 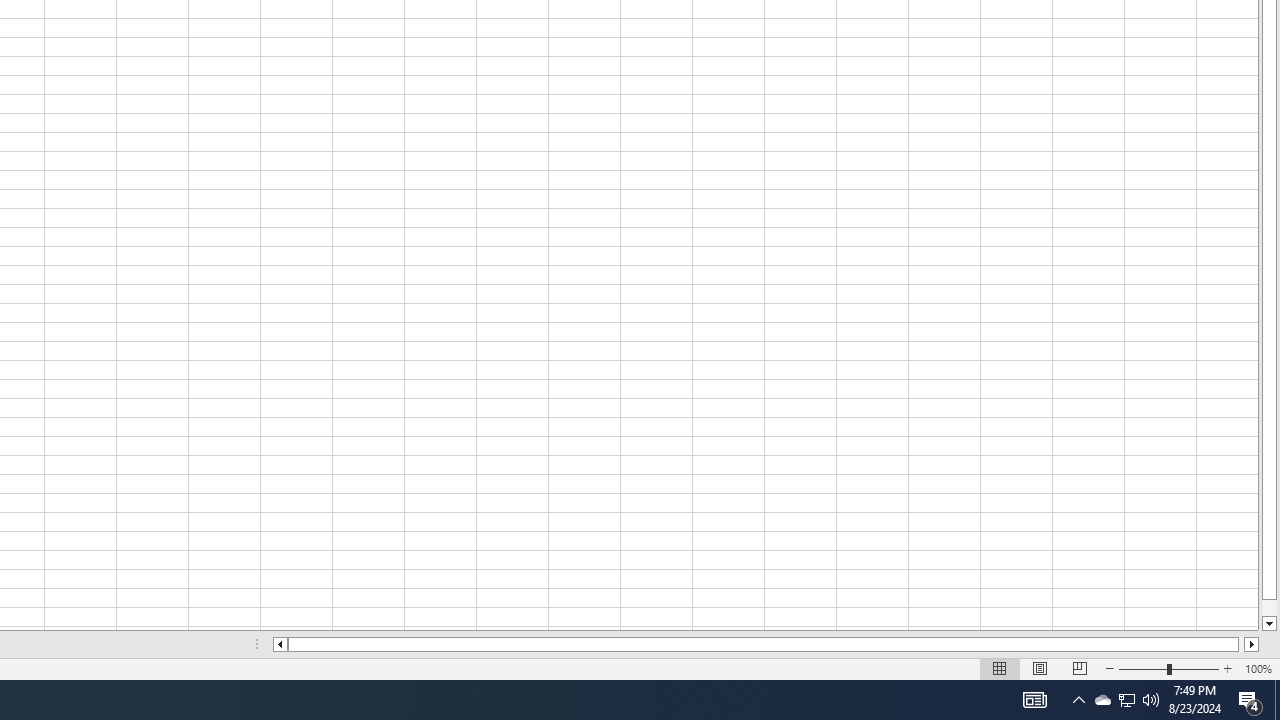 I want to click on 'Page Break Preview', so click(x=1078, y=669).